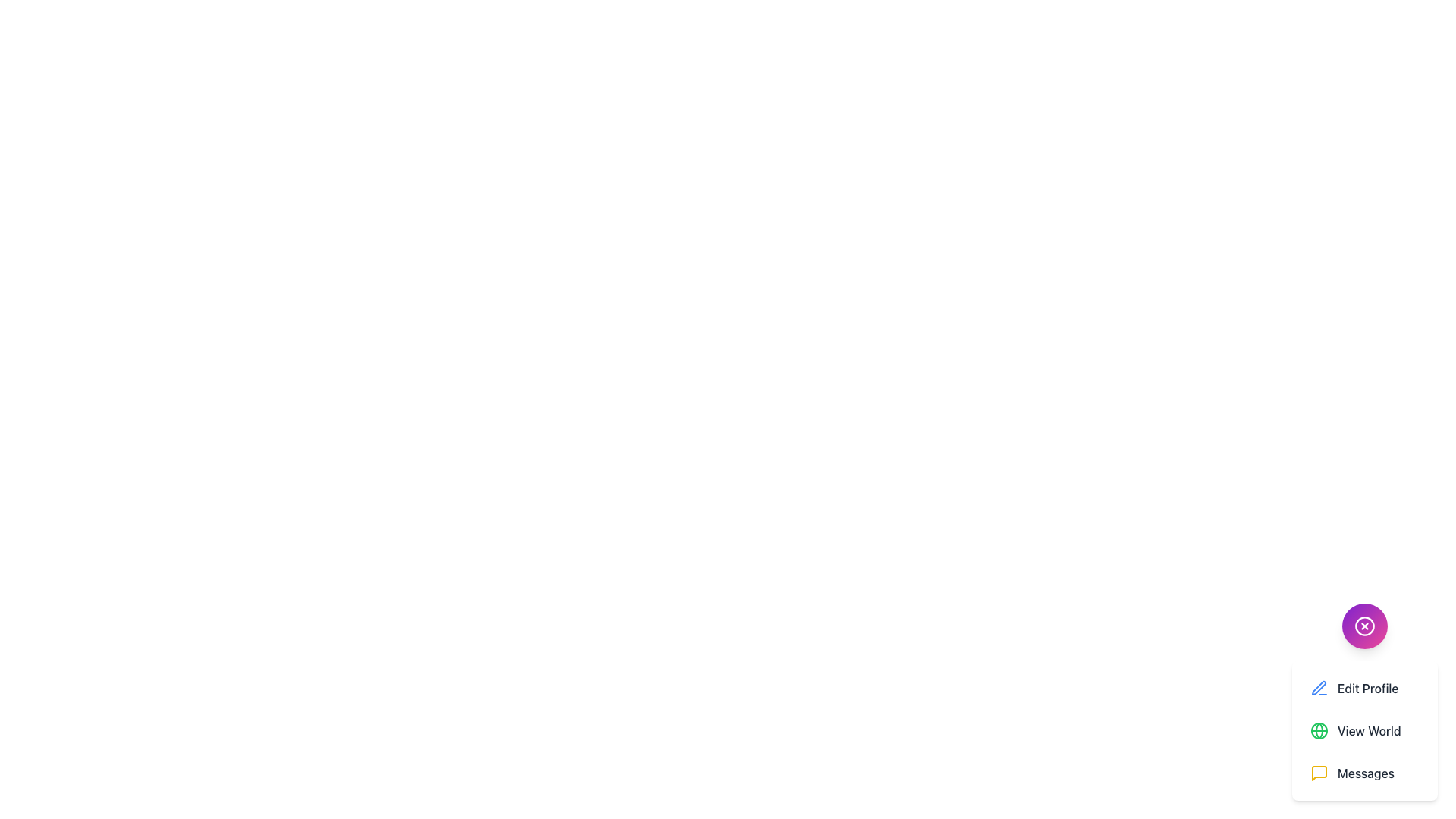  Describe the element at coordinates (1318, 688) in the screenshot. I see `the pen icon located in the bottom-right corner of the interface, above the 'Edit Profile' and 'View World' menu options` at that location.